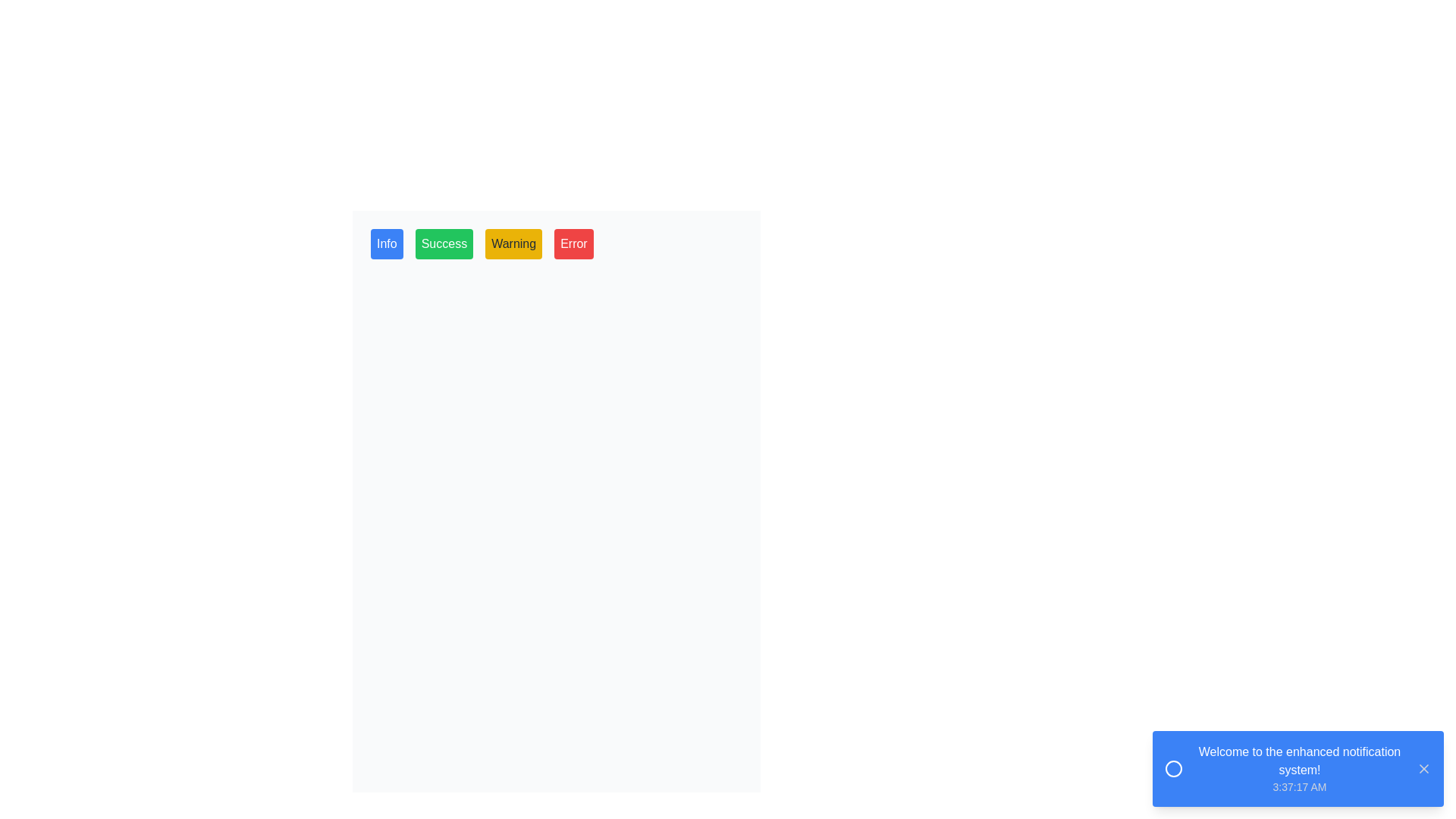 This screenshot has height=819, width=1456. Describe the element at coordinates (1298, 769) in the screenshot. I see `the notification box with a bright blue background that contains the text 'Welcome to the enhanced notification system!' to possibly reveal additional interaction options` at that location.